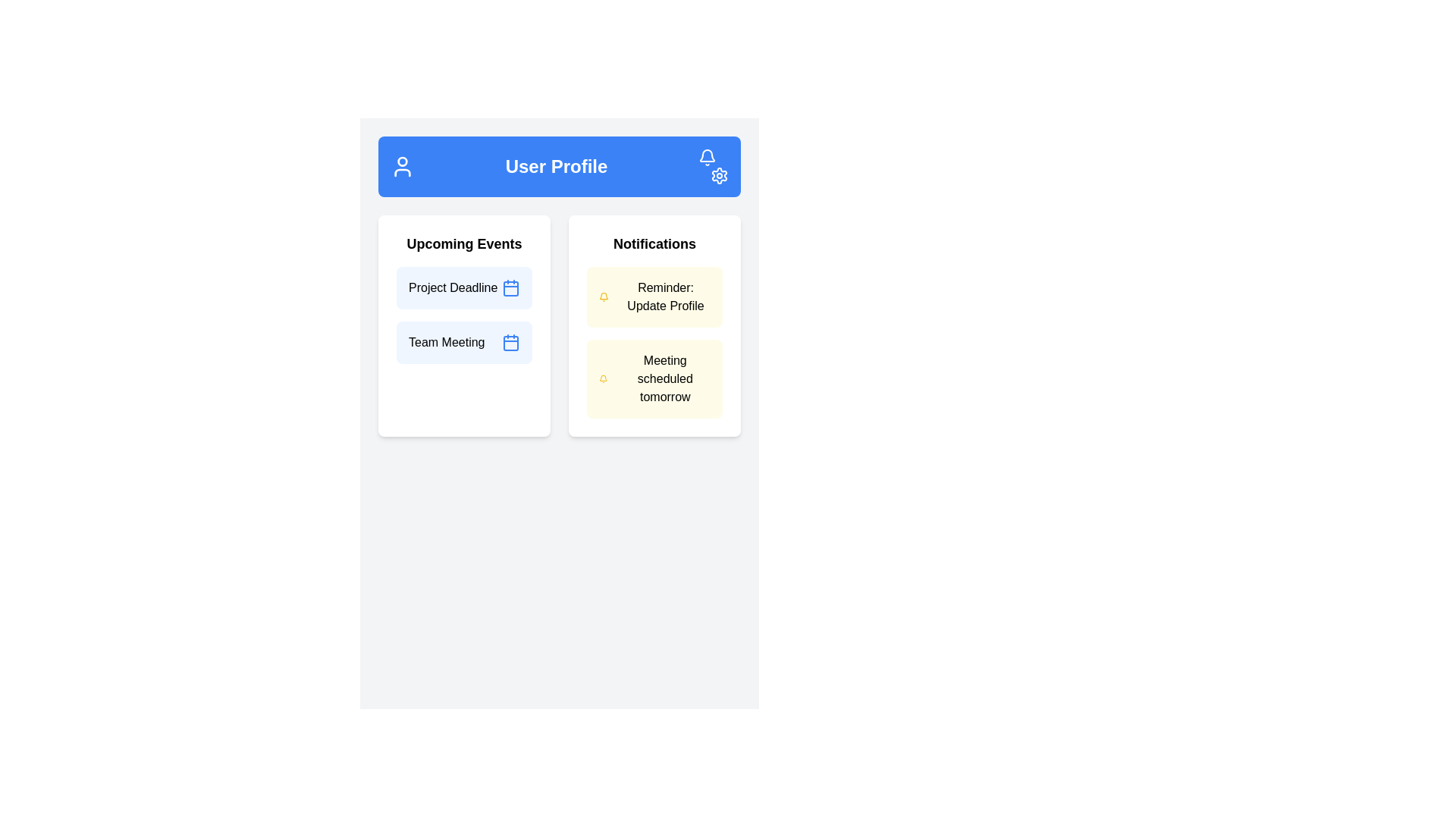  I want to click on the Settings Icon located in the header bar, so click(719, 174).